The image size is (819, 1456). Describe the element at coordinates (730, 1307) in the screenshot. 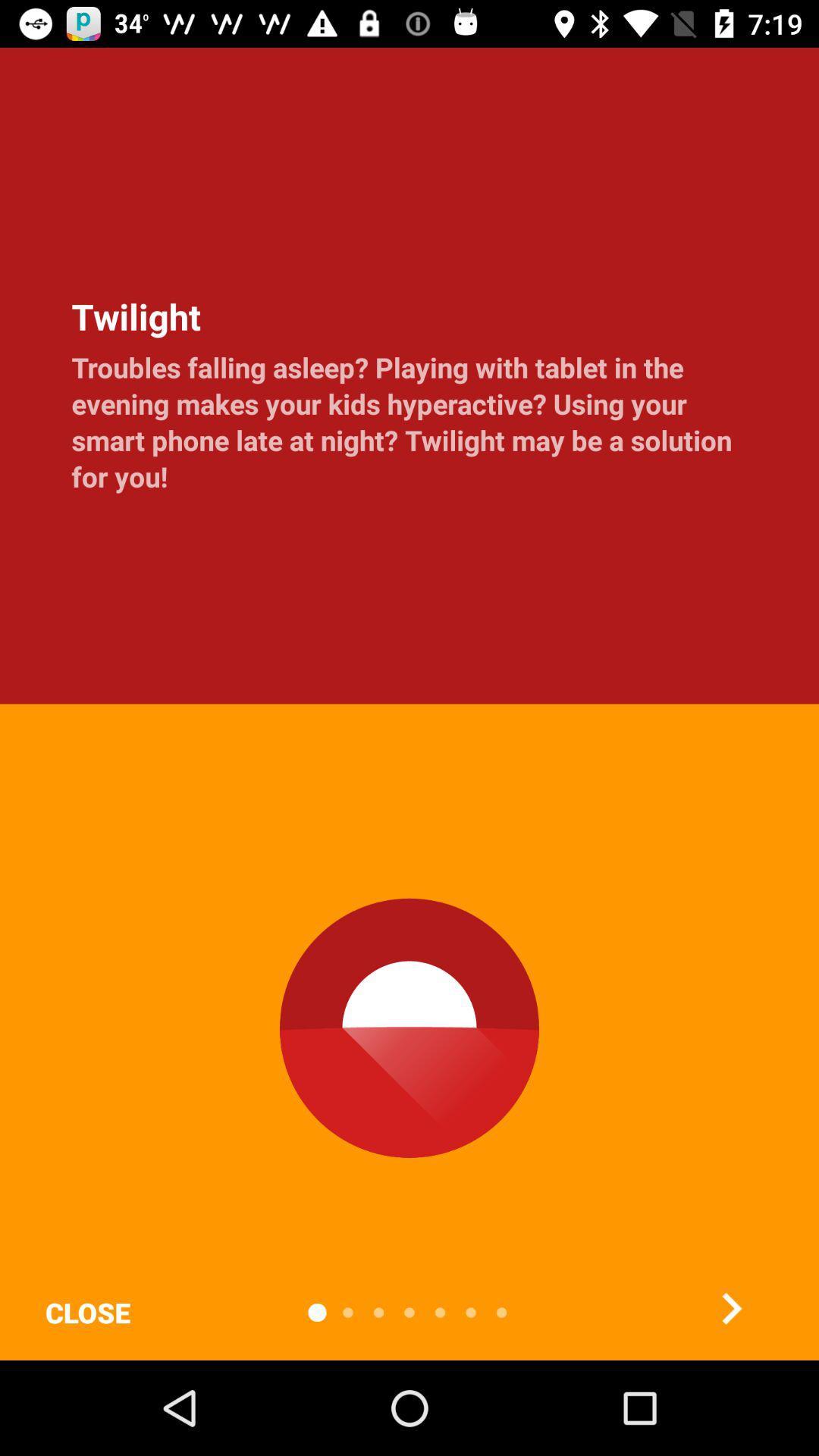

I see `item at the bottom right corner` at that location.